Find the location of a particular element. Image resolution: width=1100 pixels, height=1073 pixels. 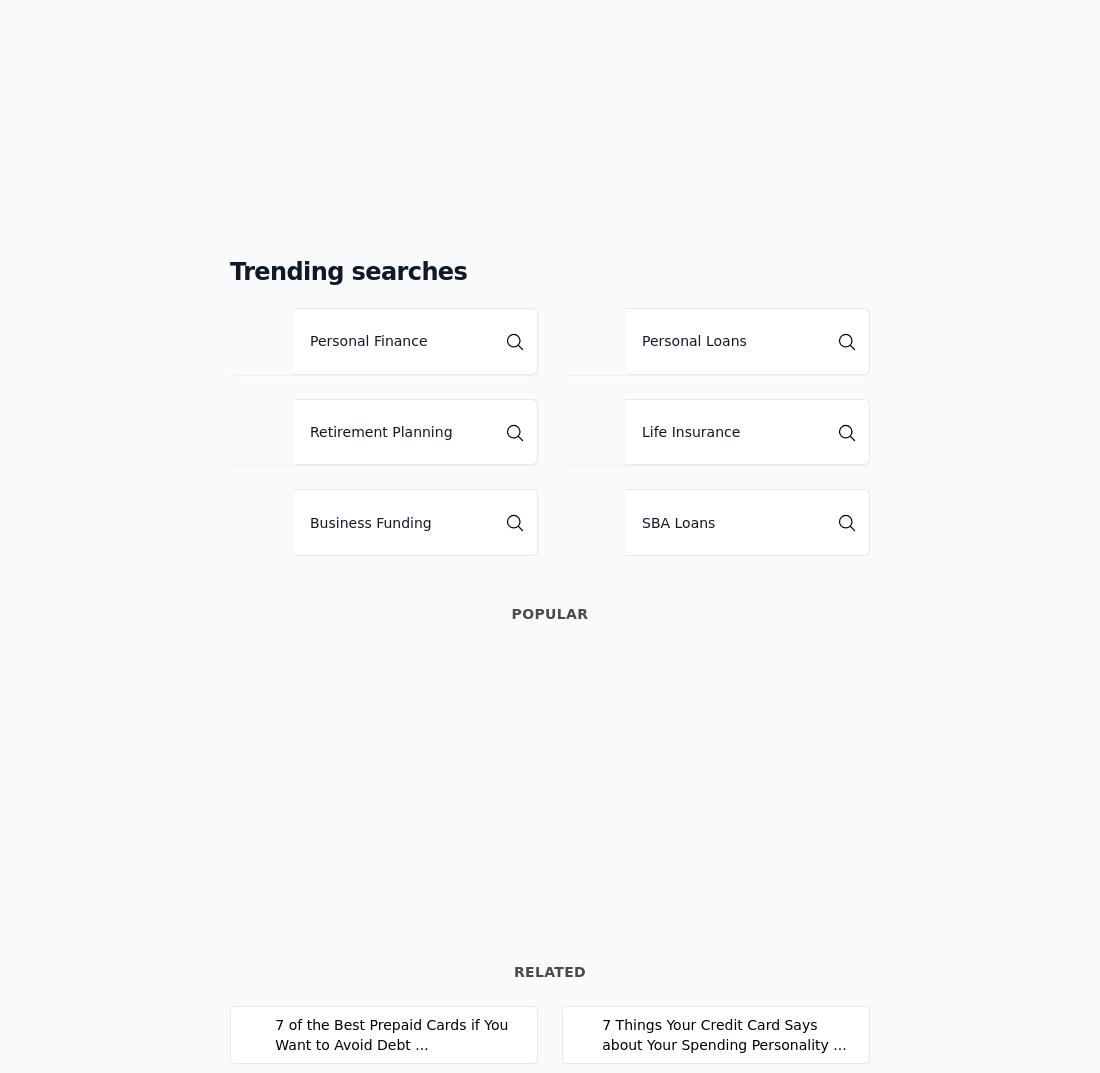

'Personal Loans' is located at coordinates (692, 340).